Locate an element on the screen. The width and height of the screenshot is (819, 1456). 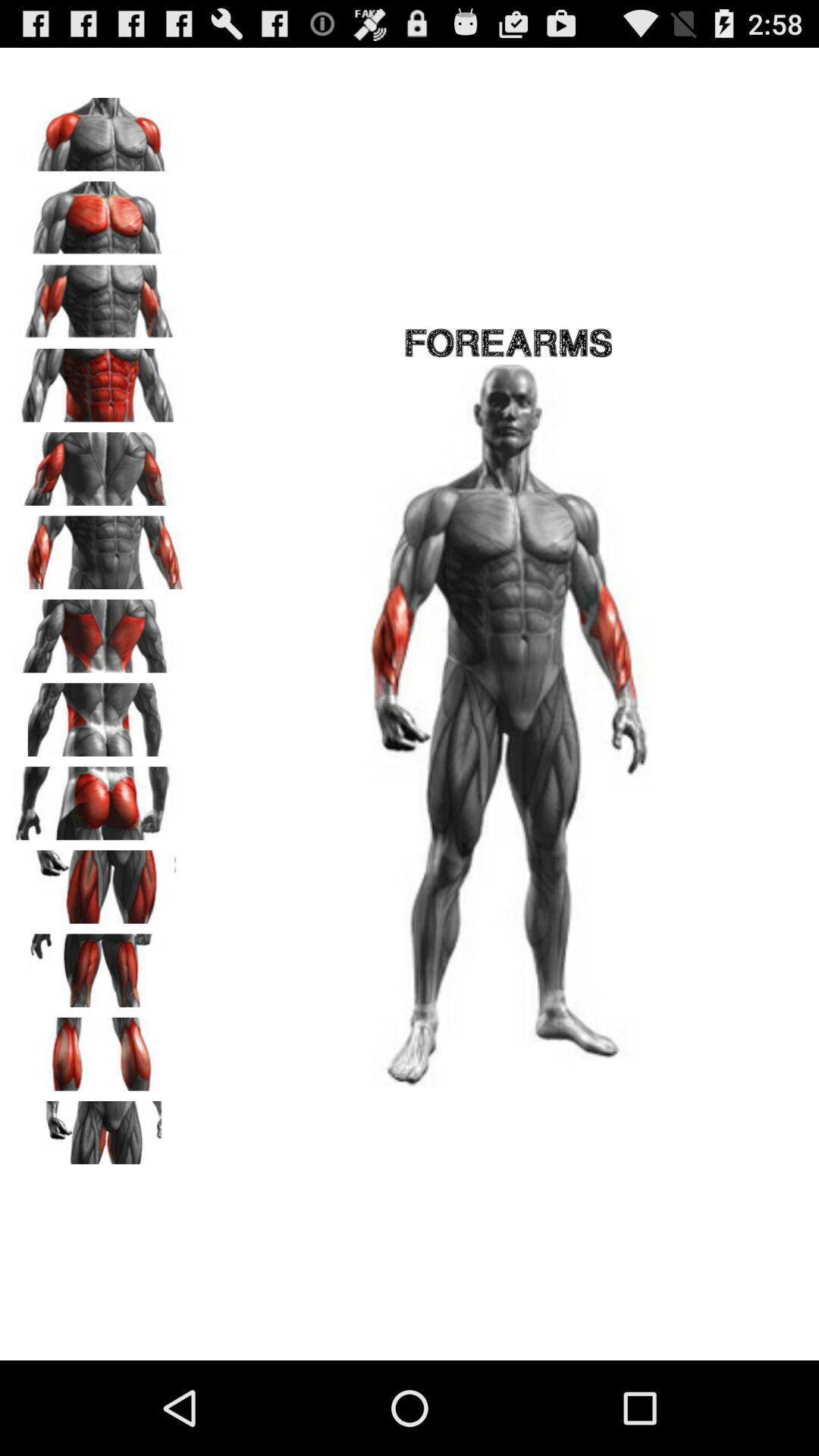
biceps workout option is located at coordinates (99, 297).